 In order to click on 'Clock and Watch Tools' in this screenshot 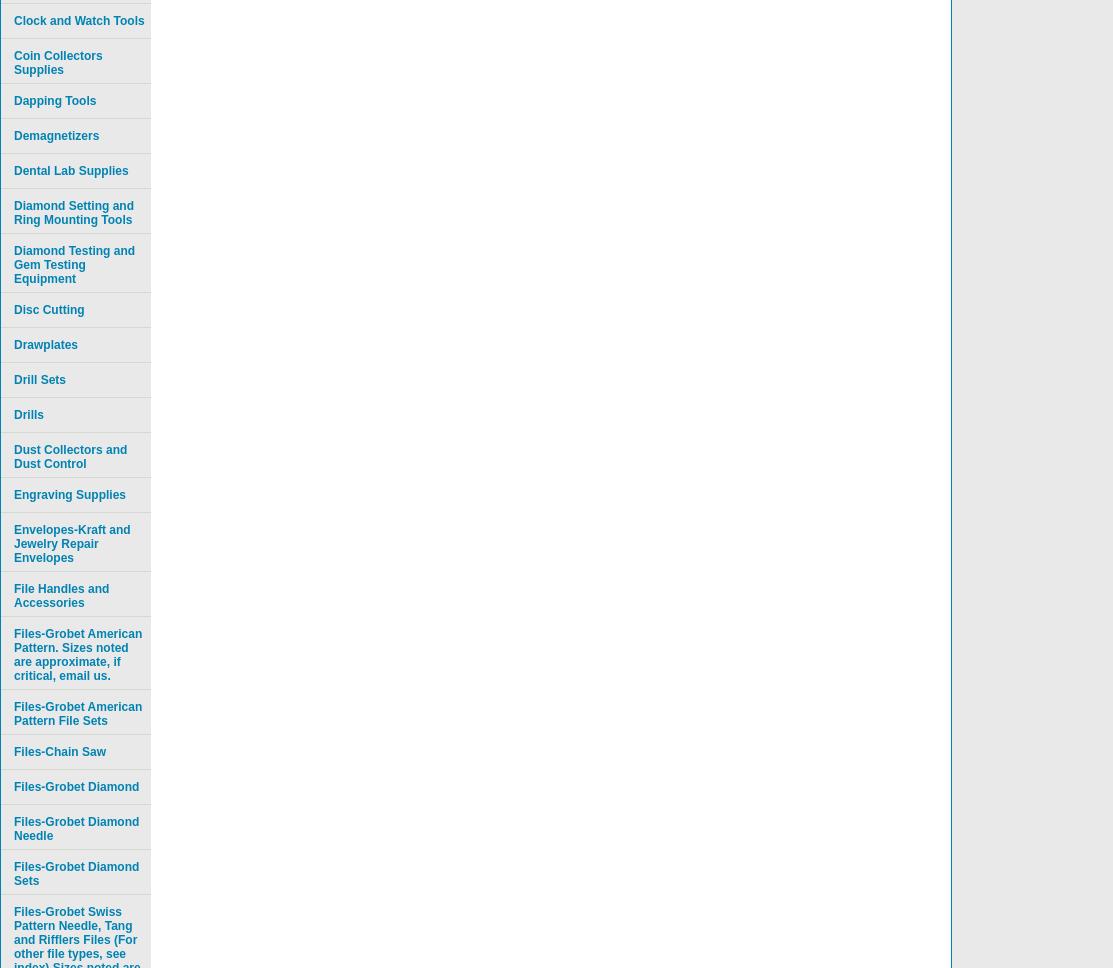, I will do `click(79, 21)`.